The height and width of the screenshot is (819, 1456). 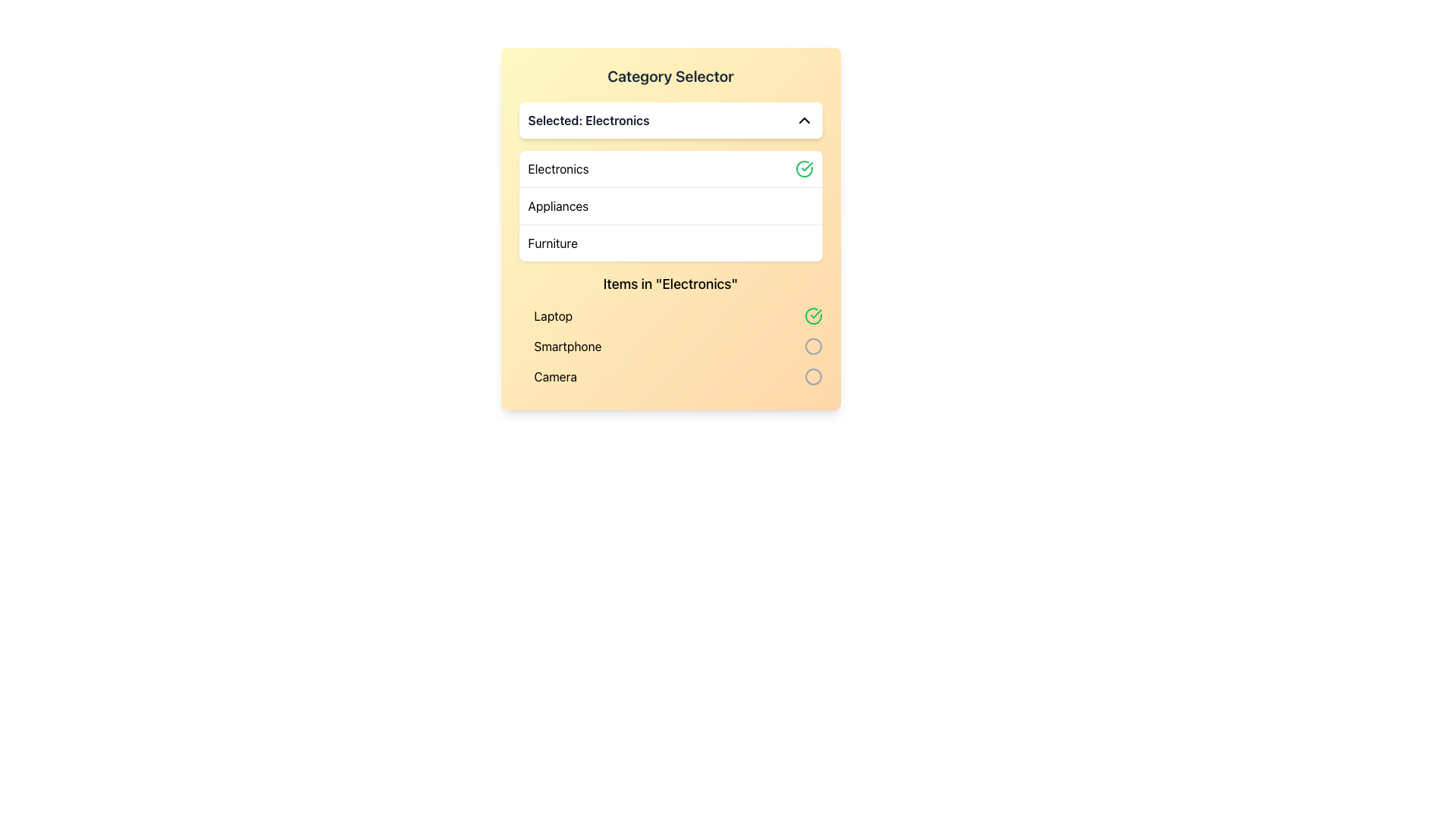 I want to click on the green circular checkmark icon located on the far right of the row containing the text 'Laptop' in the 'Items in Electronics' section, so click(x=812, y=315).